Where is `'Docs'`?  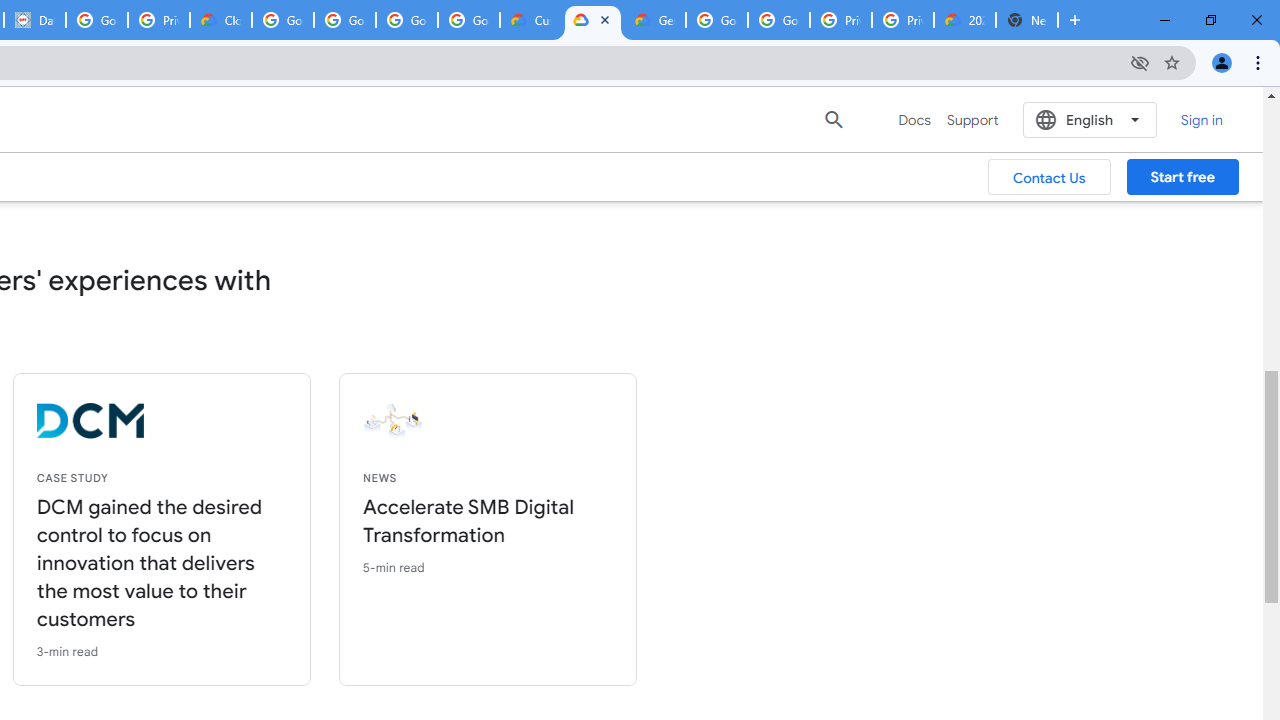
'Docs' is located at coordinates (914, 119).